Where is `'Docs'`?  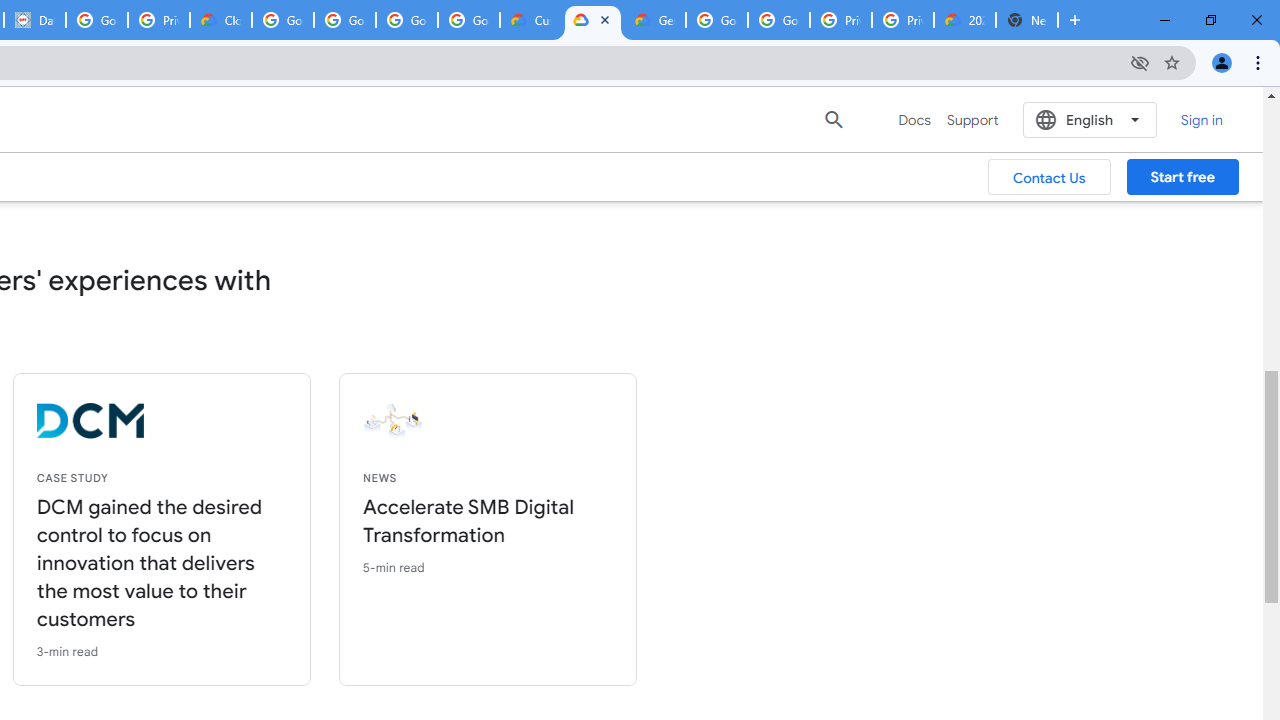
'Docs' is located at coordinates (914, 119).